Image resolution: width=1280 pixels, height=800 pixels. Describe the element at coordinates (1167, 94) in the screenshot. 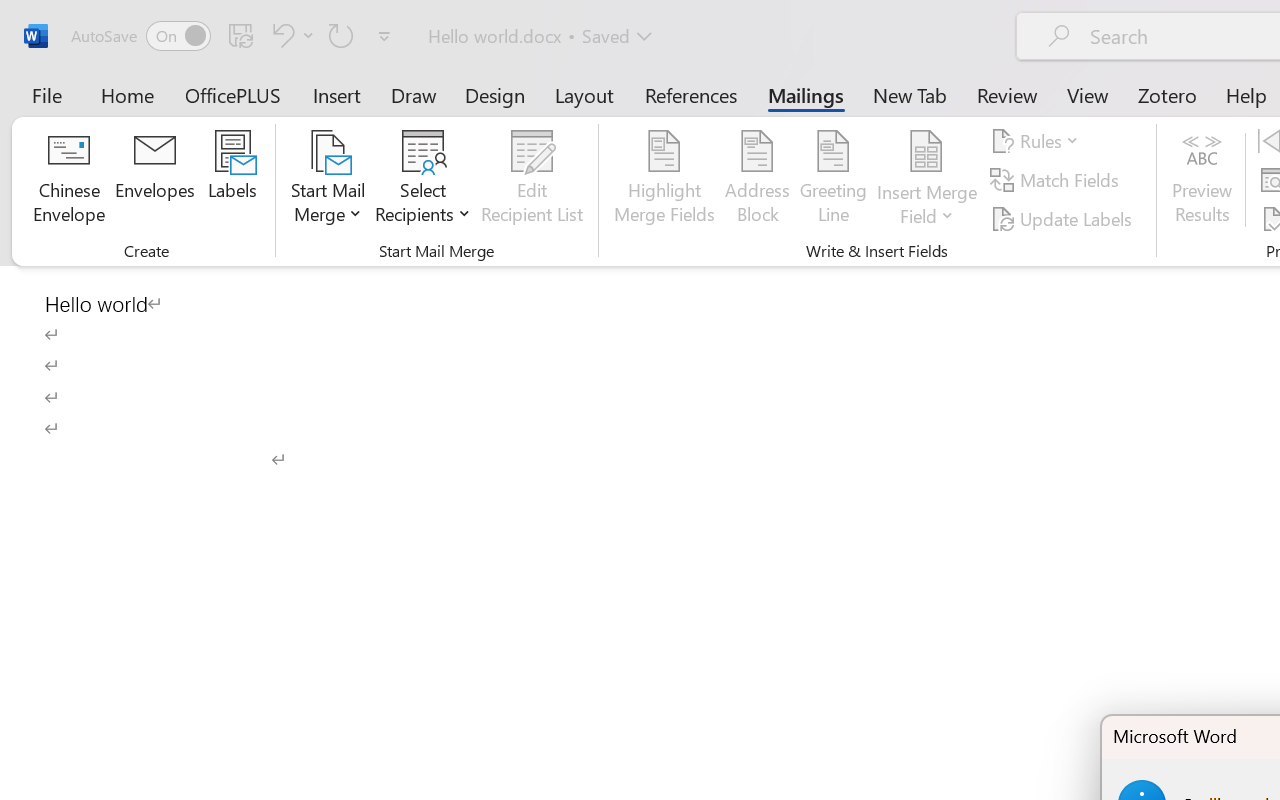

I see `'Zotero'` at that location.